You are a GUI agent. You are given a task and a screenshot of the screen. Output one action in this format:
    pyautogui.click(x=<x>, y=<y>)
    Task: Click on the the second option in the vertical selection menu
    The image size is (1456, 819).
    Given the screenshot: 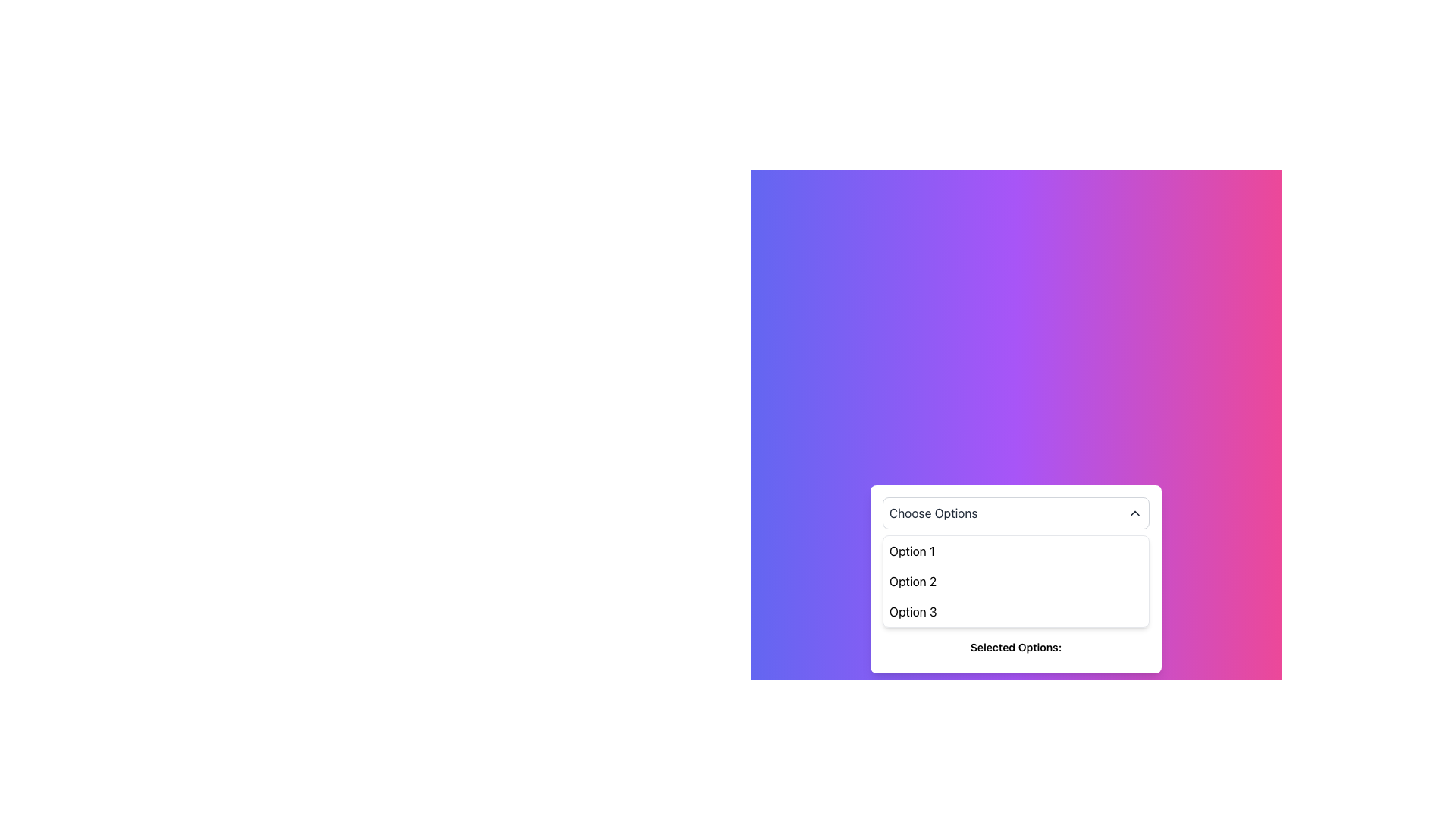 What is the action you would take?
    pyautogui.click(x=1015, y=581)
    